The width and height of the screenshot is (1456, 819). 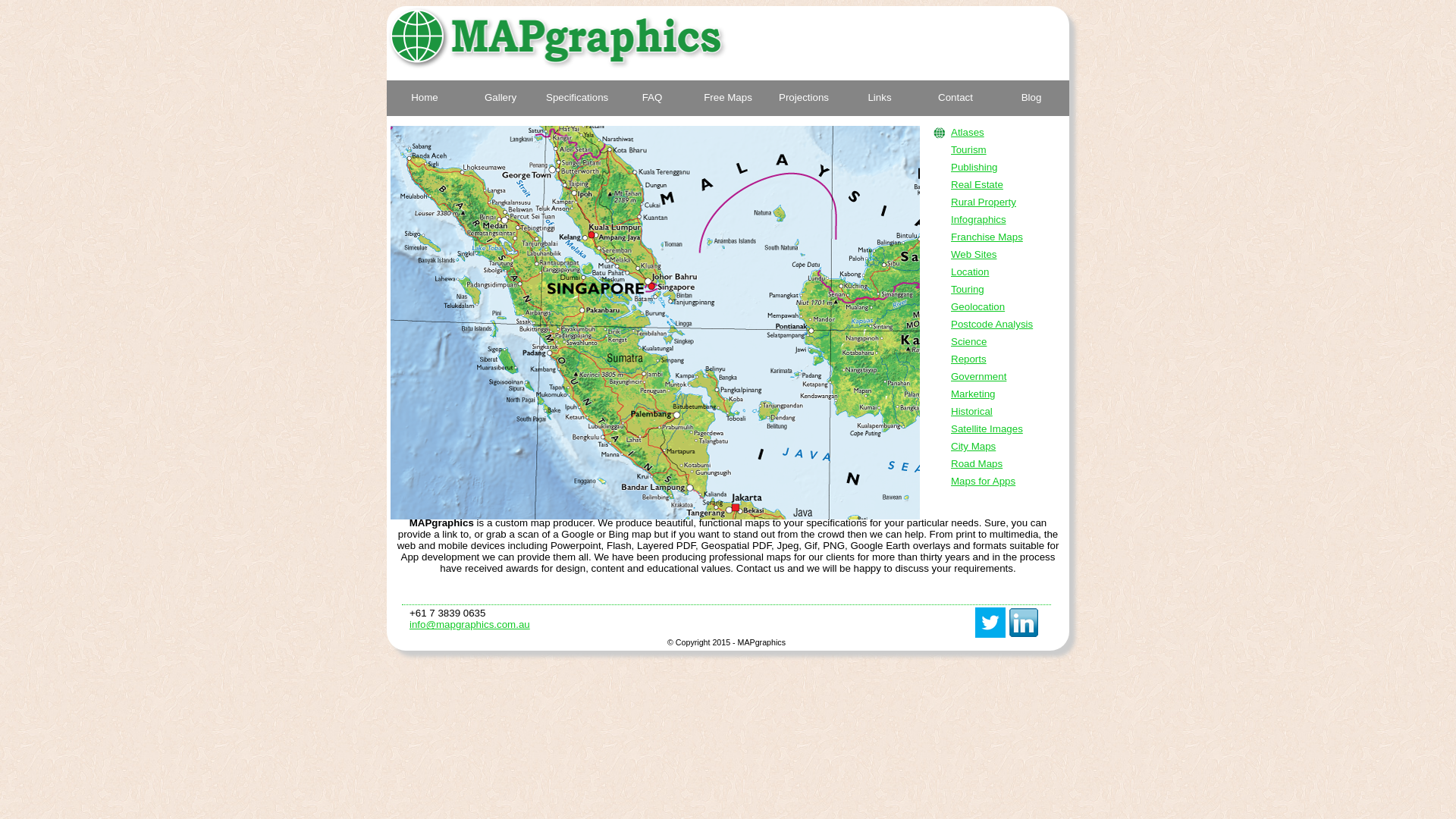 What do you see at coordinates (976, 463) in the screenshot?
I see `'Road Maps'` at bounding box center [976, 463].